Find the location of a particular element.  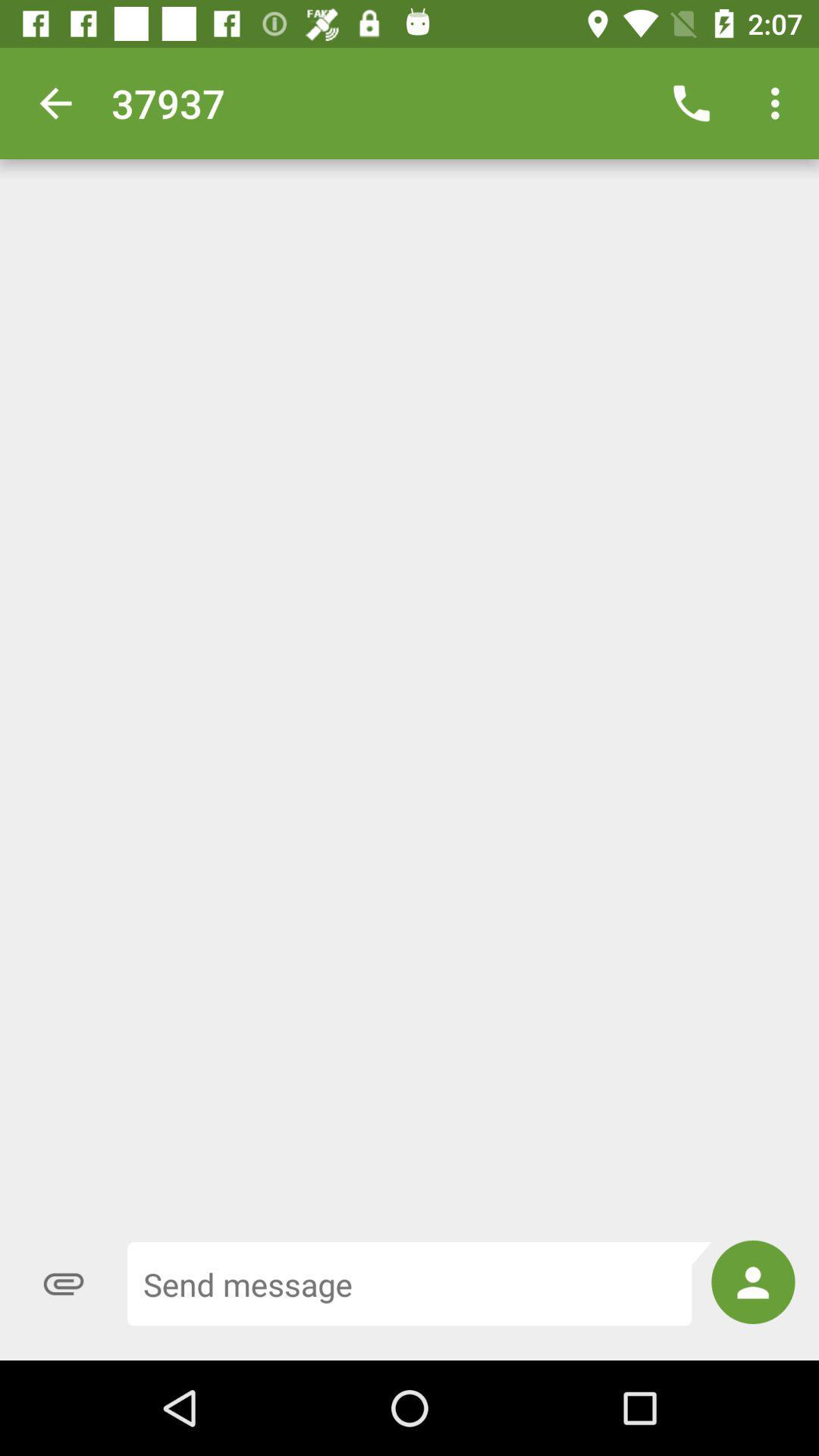

item at the bottom right corner is located at coordinates (753, 1281).